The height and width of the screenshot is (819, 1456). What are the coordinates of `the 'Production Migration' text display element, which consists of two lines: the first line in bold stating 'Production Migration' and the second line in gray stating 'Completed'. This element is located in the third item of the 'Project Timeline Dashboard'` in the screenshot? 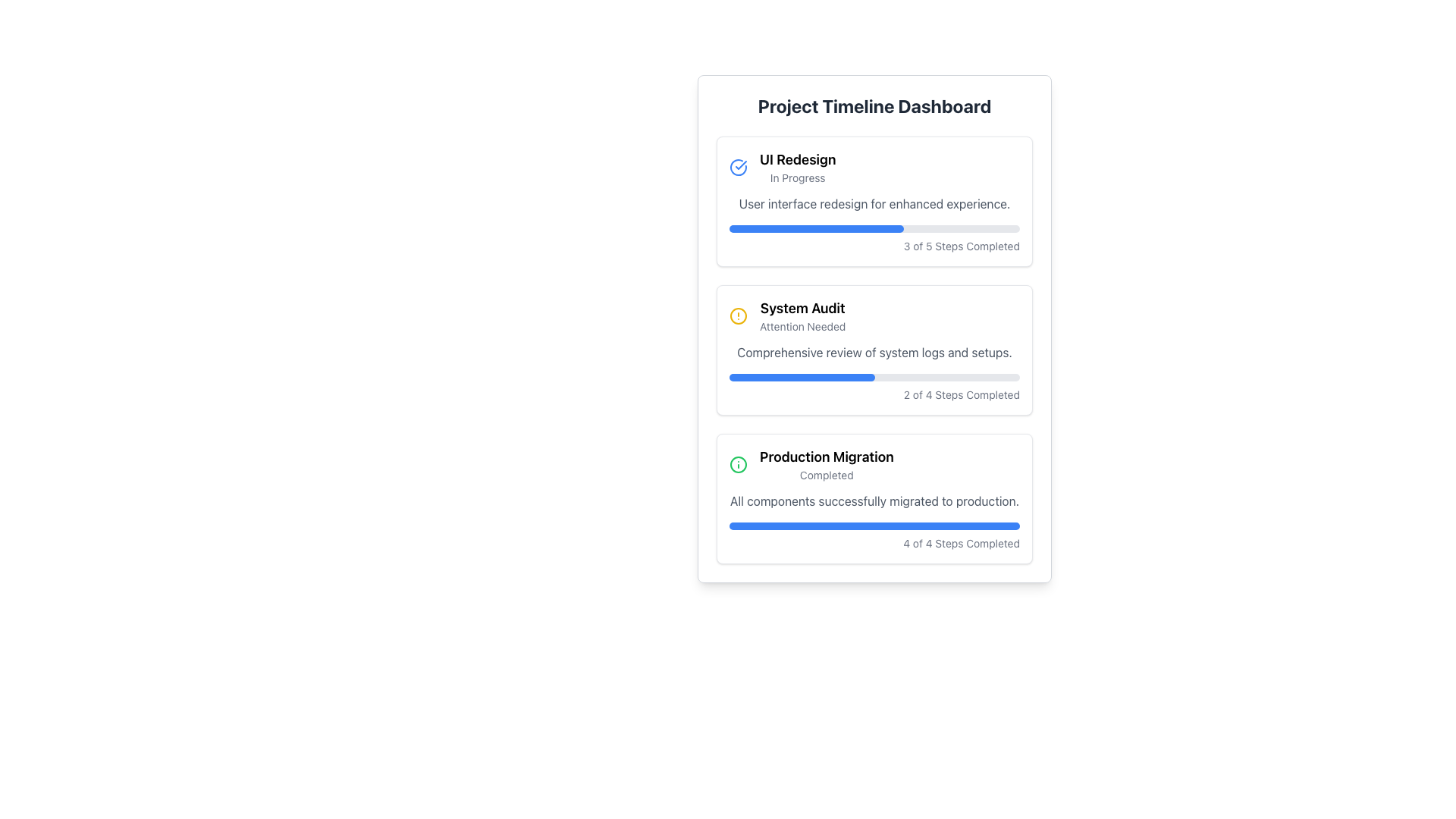 It's located at (826, 464).